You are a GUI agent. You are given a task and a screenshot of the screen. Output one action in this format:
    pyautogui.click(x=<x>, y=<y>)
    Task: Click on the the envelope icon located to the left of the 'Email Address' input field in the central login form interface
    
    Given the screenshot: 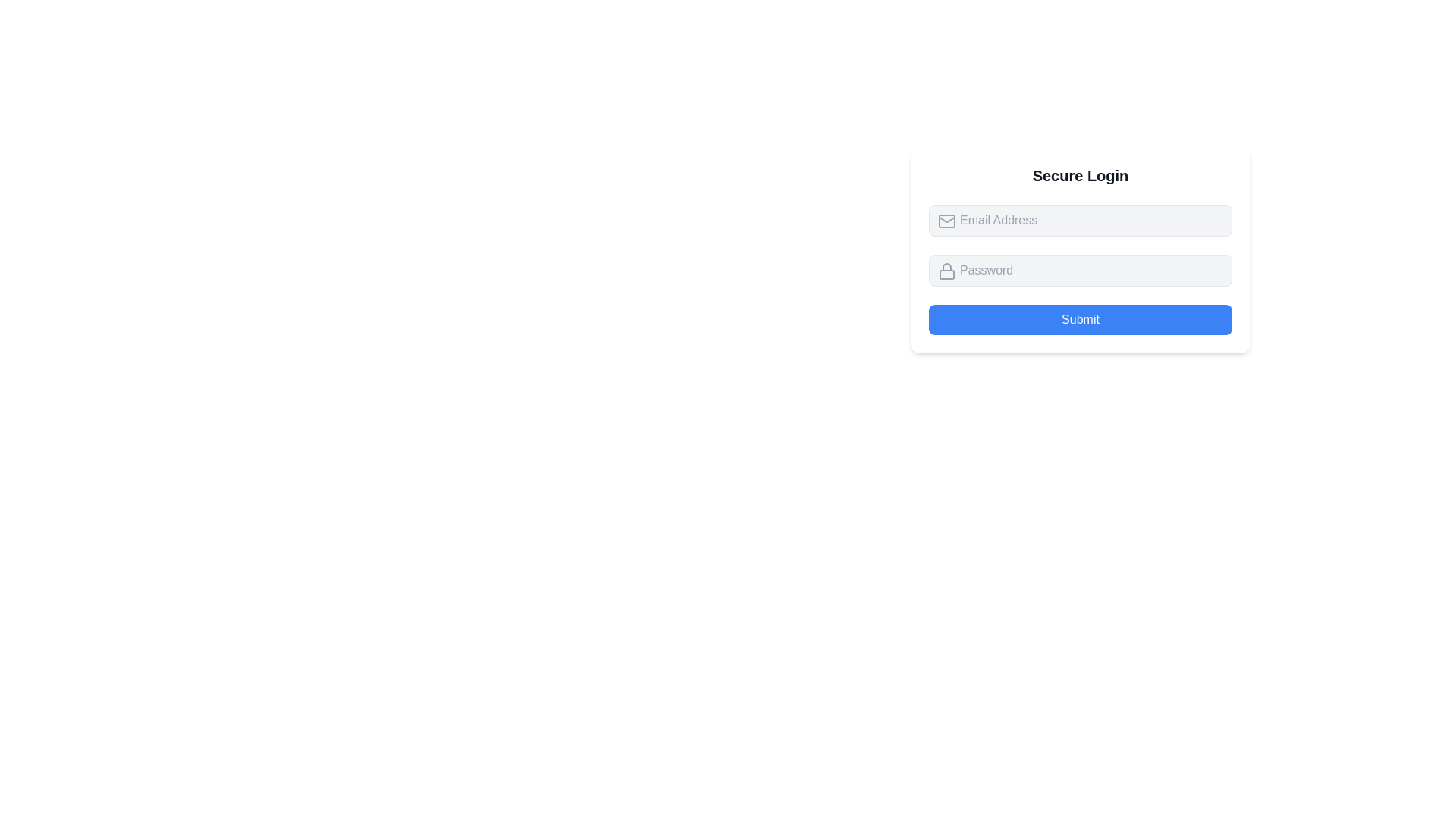 What is the action you would take?
    pyautogui.click(x=946, y=221)
    